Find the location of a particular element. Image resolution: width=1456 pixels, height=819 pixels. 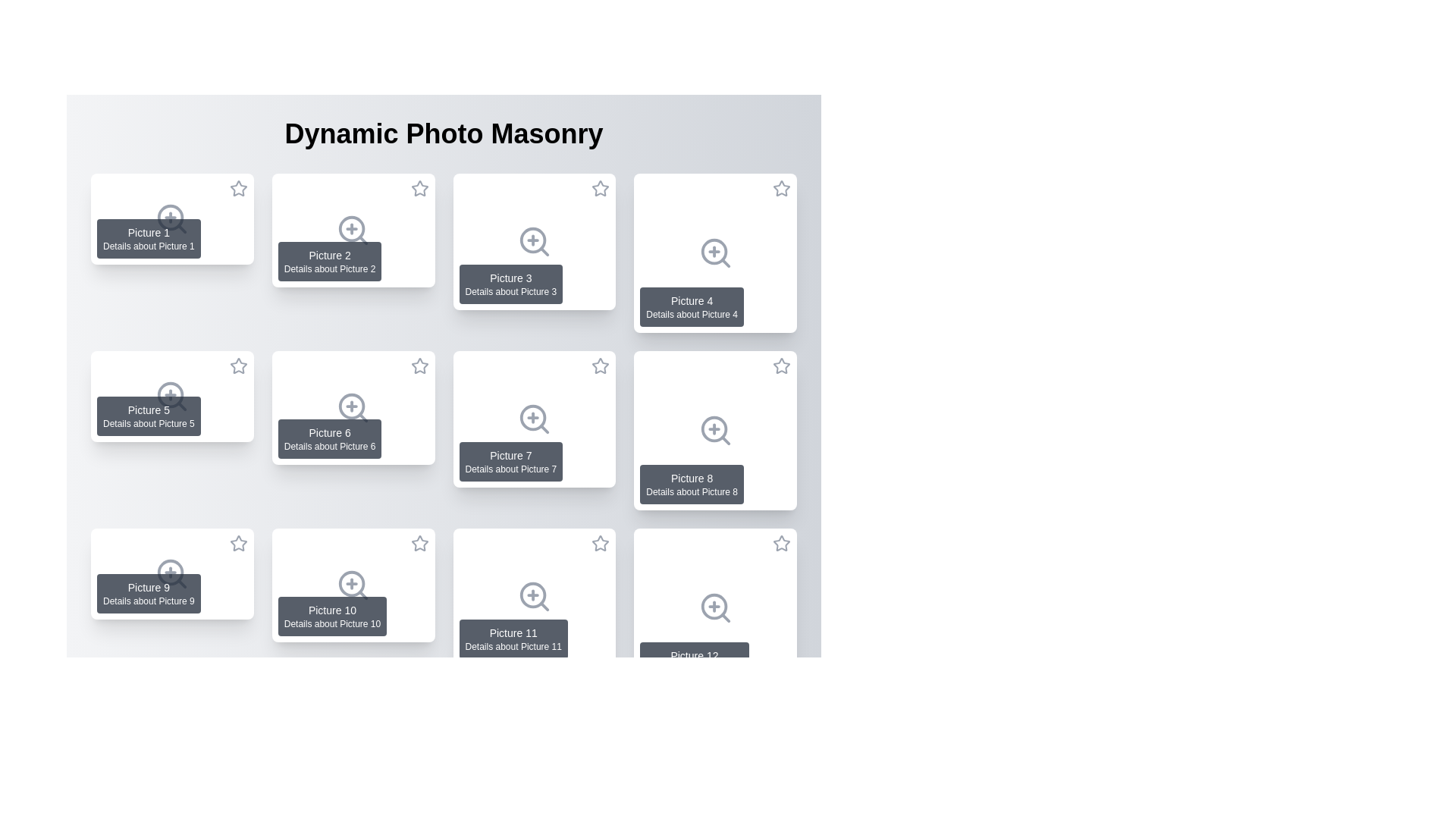

the text label 'Details about Picture 2' located at the bottom of the card labeled 'Picture 2', which has a dark gray background is located at coordinates (329, 268).